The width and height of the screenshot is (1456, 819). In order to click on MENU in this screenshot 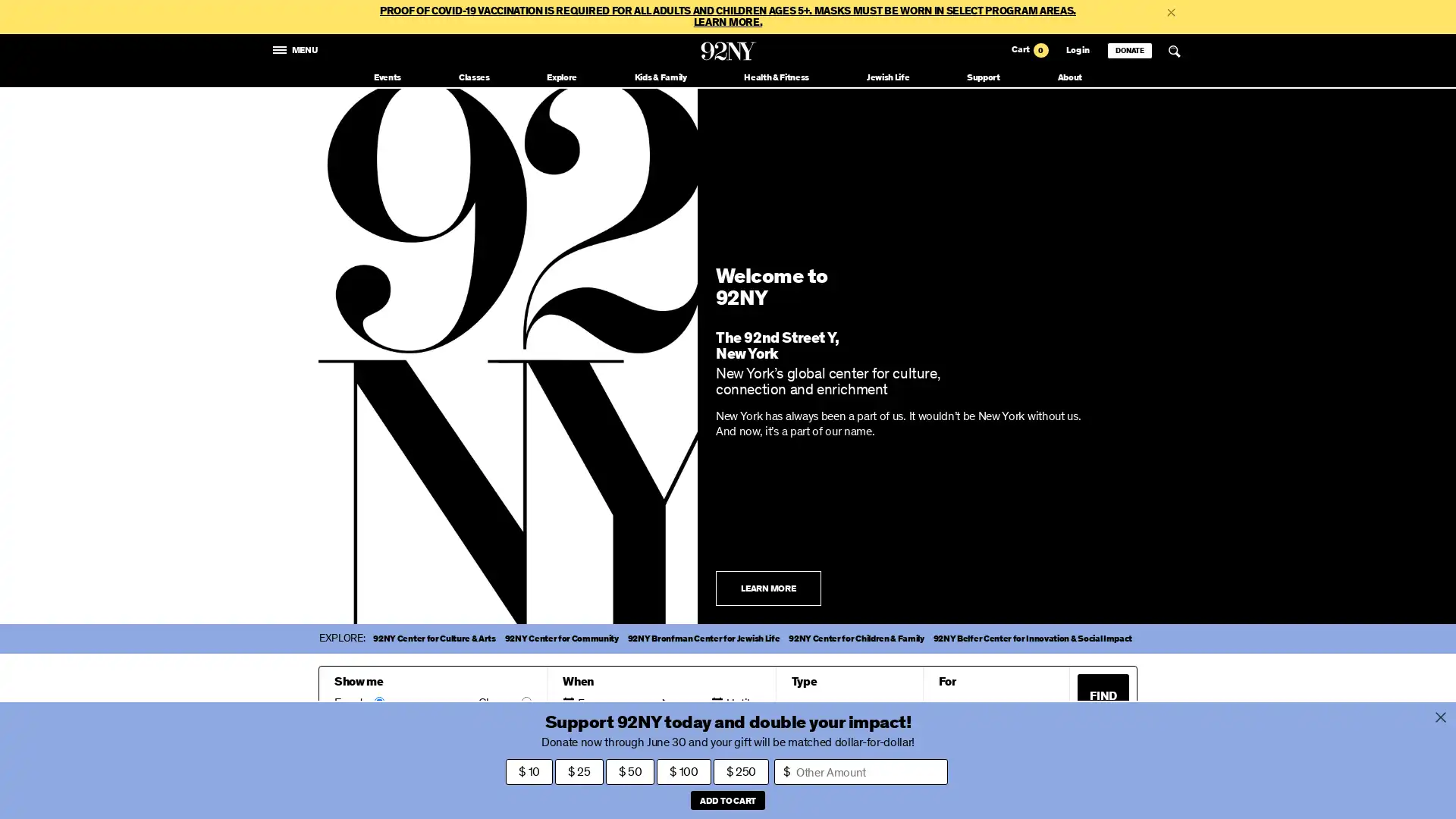, I will do `click(296, 49)`.